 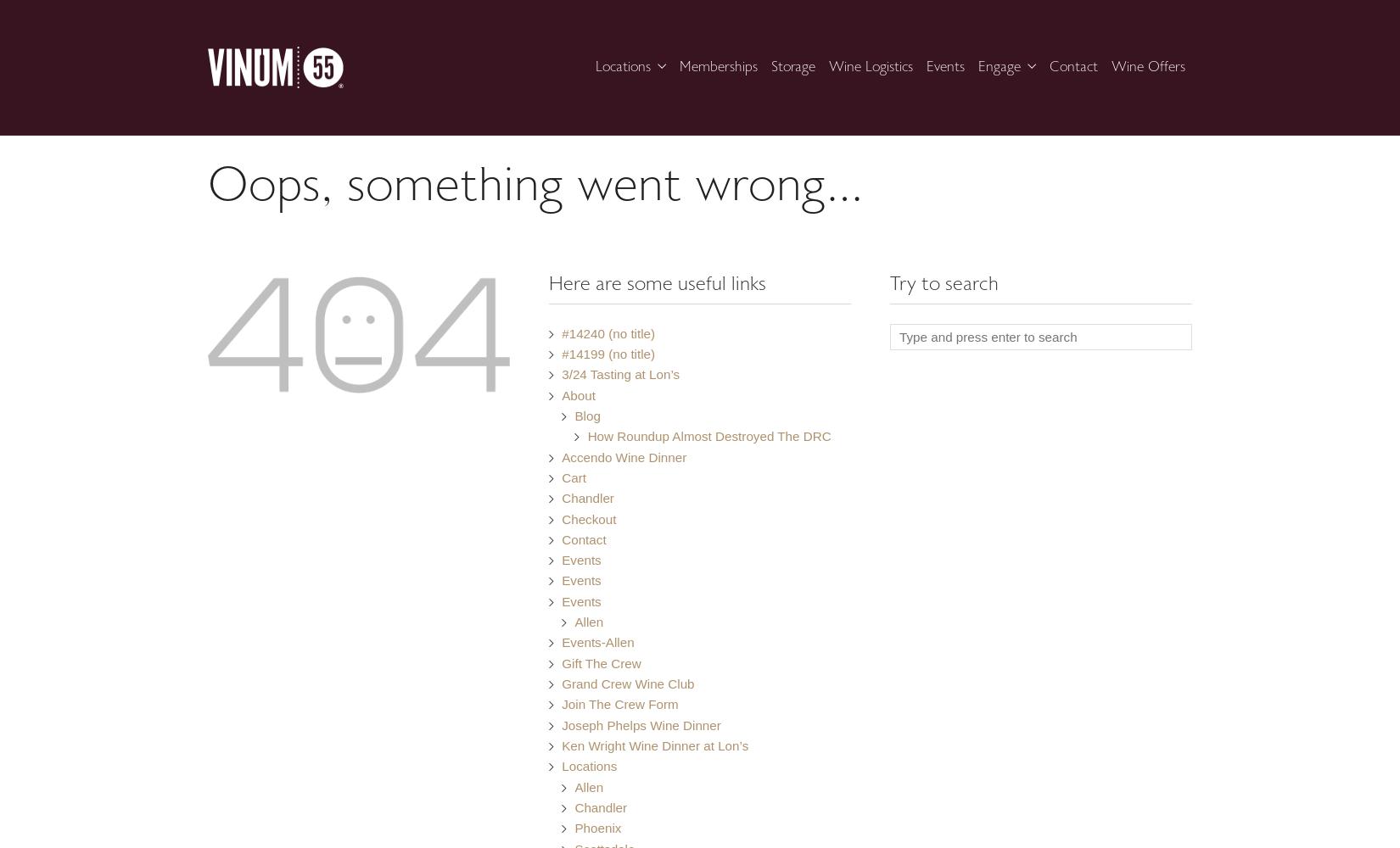 What do you see at coordinates (708, 436) in the screenshot?
I see `'How Roundup Almost Destroyed The DRC'` at bounding box center [708, 436].